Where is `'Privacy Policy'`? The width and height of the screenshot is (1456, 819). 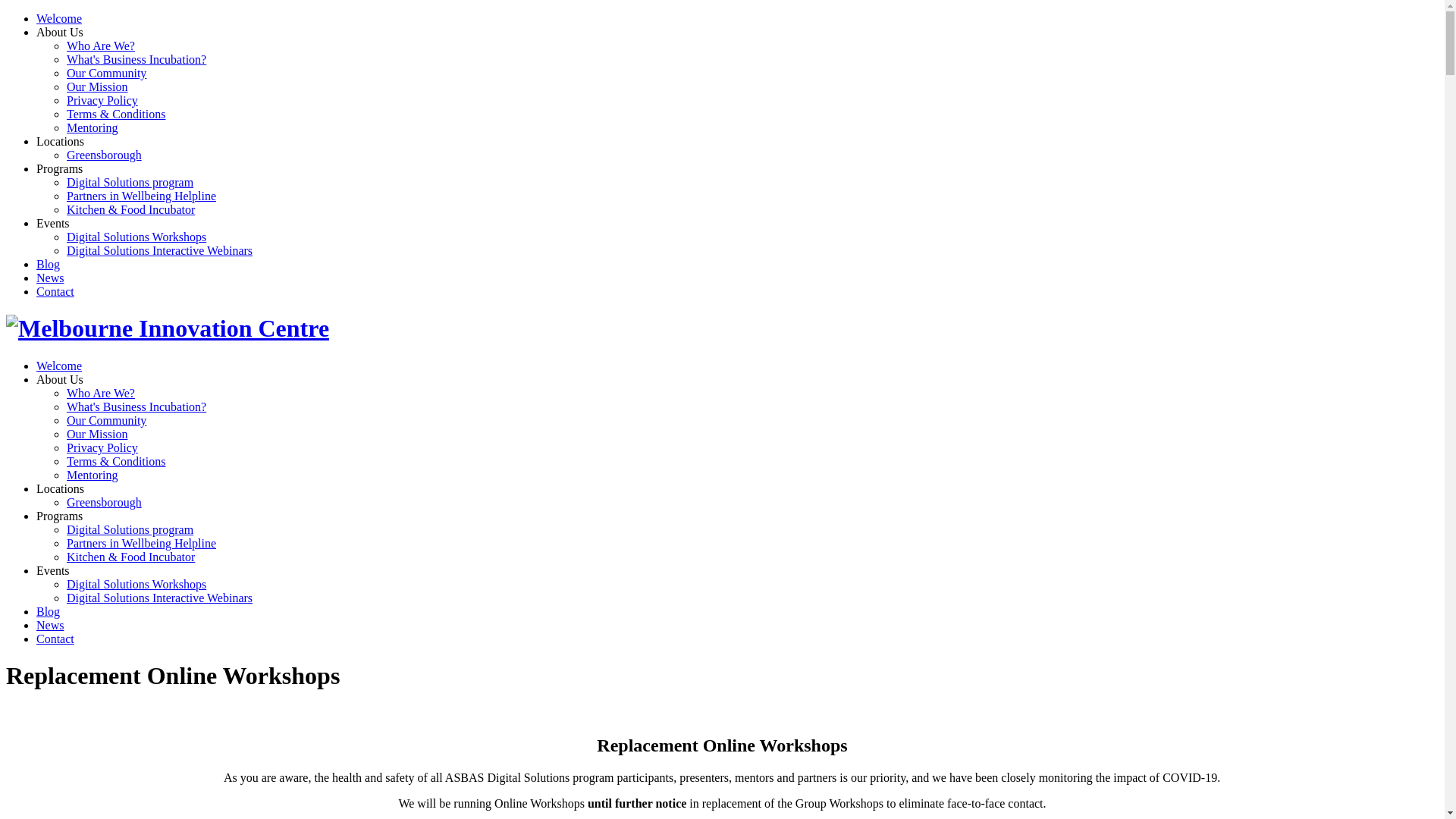
'Privacy Policy' is located at coordinates (101, 447).